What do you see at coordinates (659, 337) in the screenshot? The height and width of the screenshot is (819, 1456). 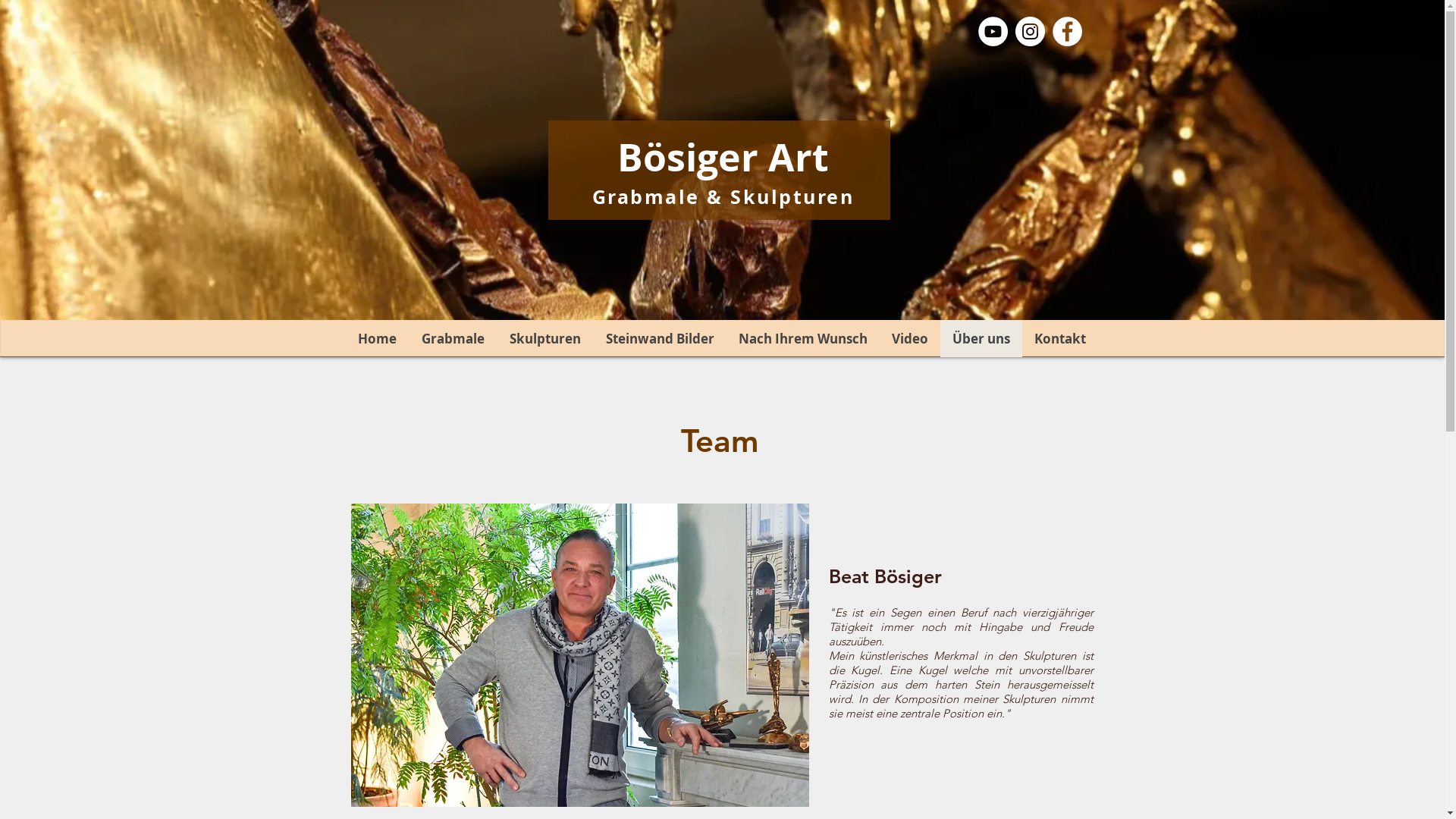 I see `'Steinwand Bilder'` at bounding box center [659, 337].